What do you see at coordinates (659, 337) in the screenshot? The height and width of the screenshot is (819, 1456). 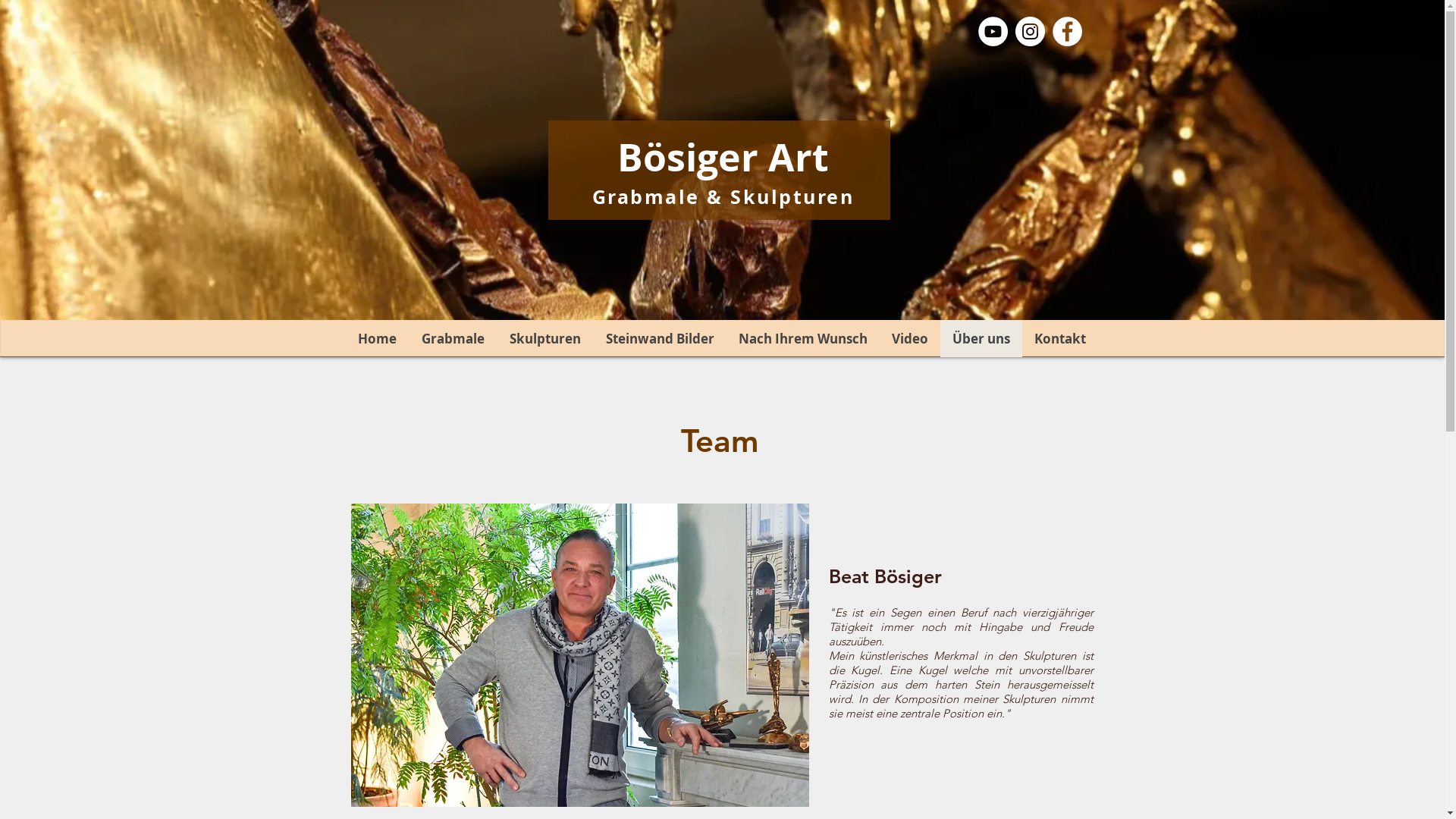 I see `'Steinwand Bilder'` at bounding box center [659, 337].